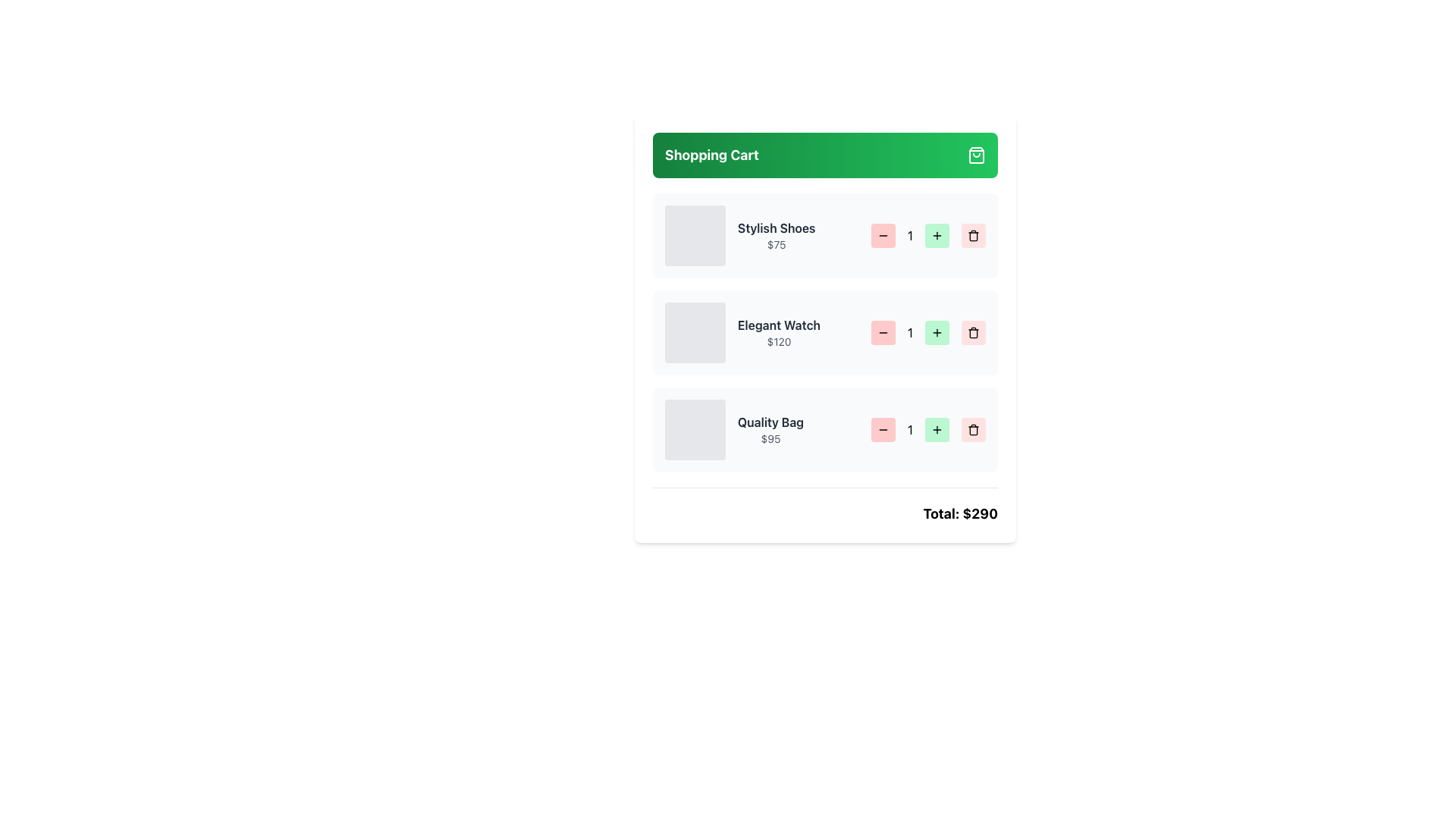  I want to click on the green square button with a white plus sign icon located in the second item of the 'Elegant Watch' card to increment the quantity, so click(937, 332).